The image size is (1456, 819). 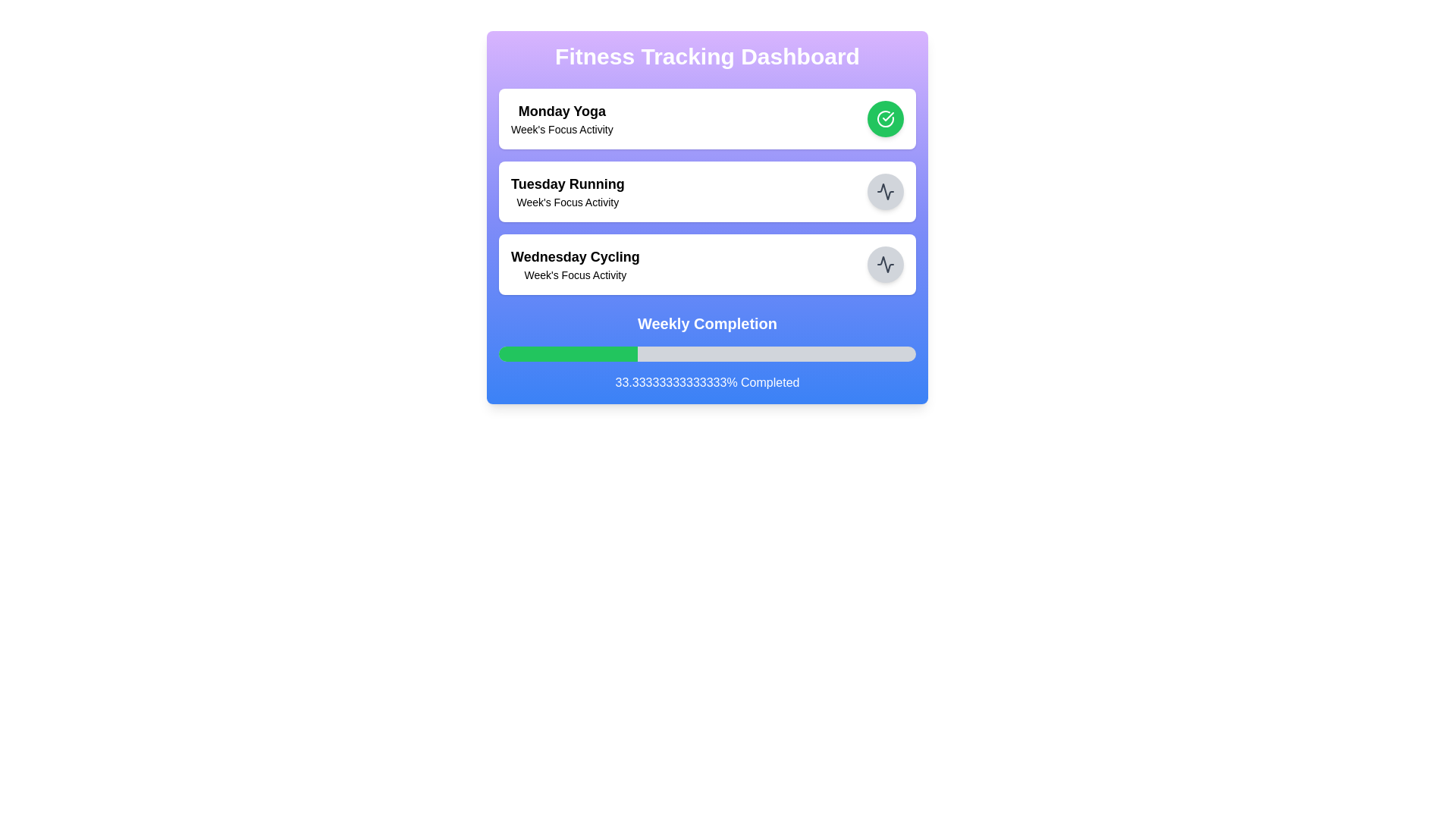 What do you see at coordinates (574, 256) in the screenshot?
I see `the Text Label indicating the title of the activity scheduled for Wednesday, which is positioned below the 'Tuesday Running' card in the dashboard` at bounding box center [574, 256].